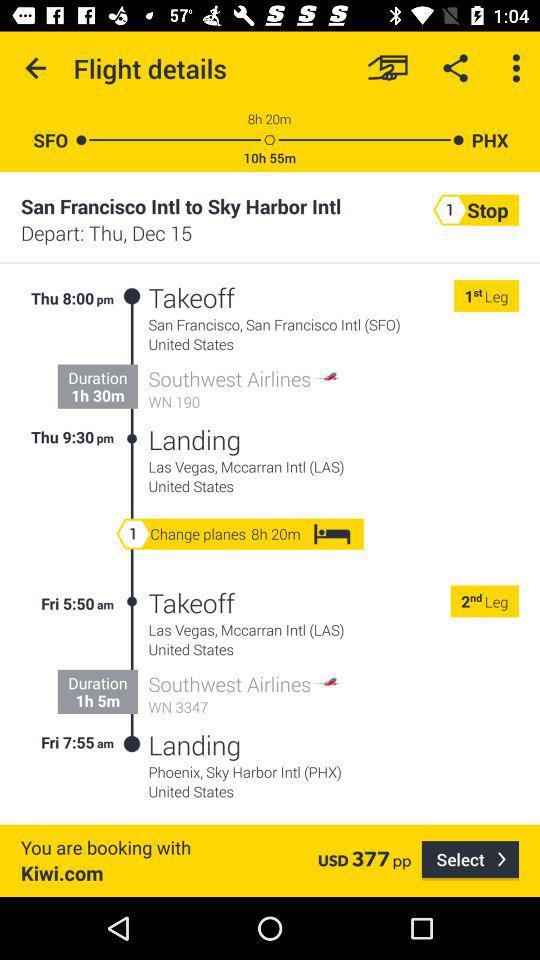 The height and width of the screenshot is (960, 540). I want to click on 1h 30m, so click(96, 394).